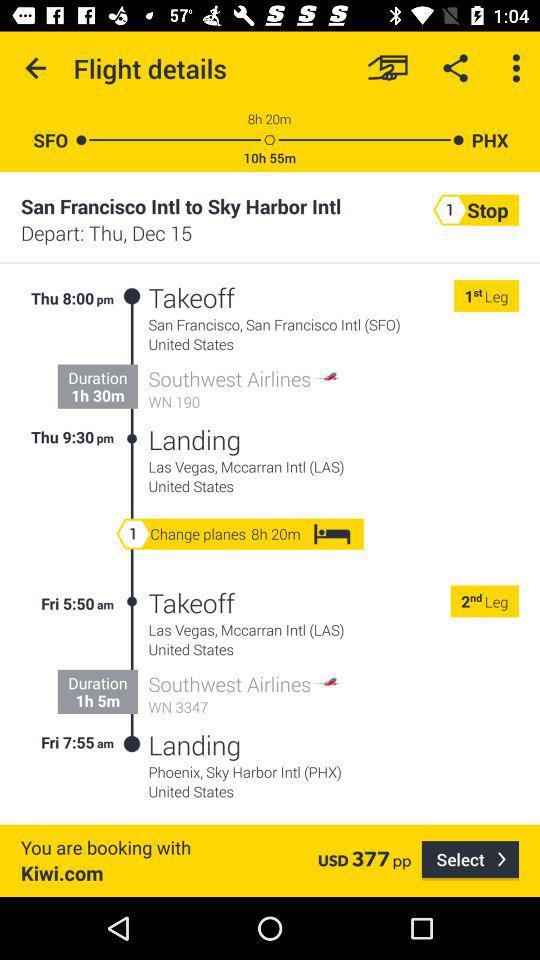 The height and width of the screenshot is (960, 540). I want to click on 1h 30m, so click(96, 394).